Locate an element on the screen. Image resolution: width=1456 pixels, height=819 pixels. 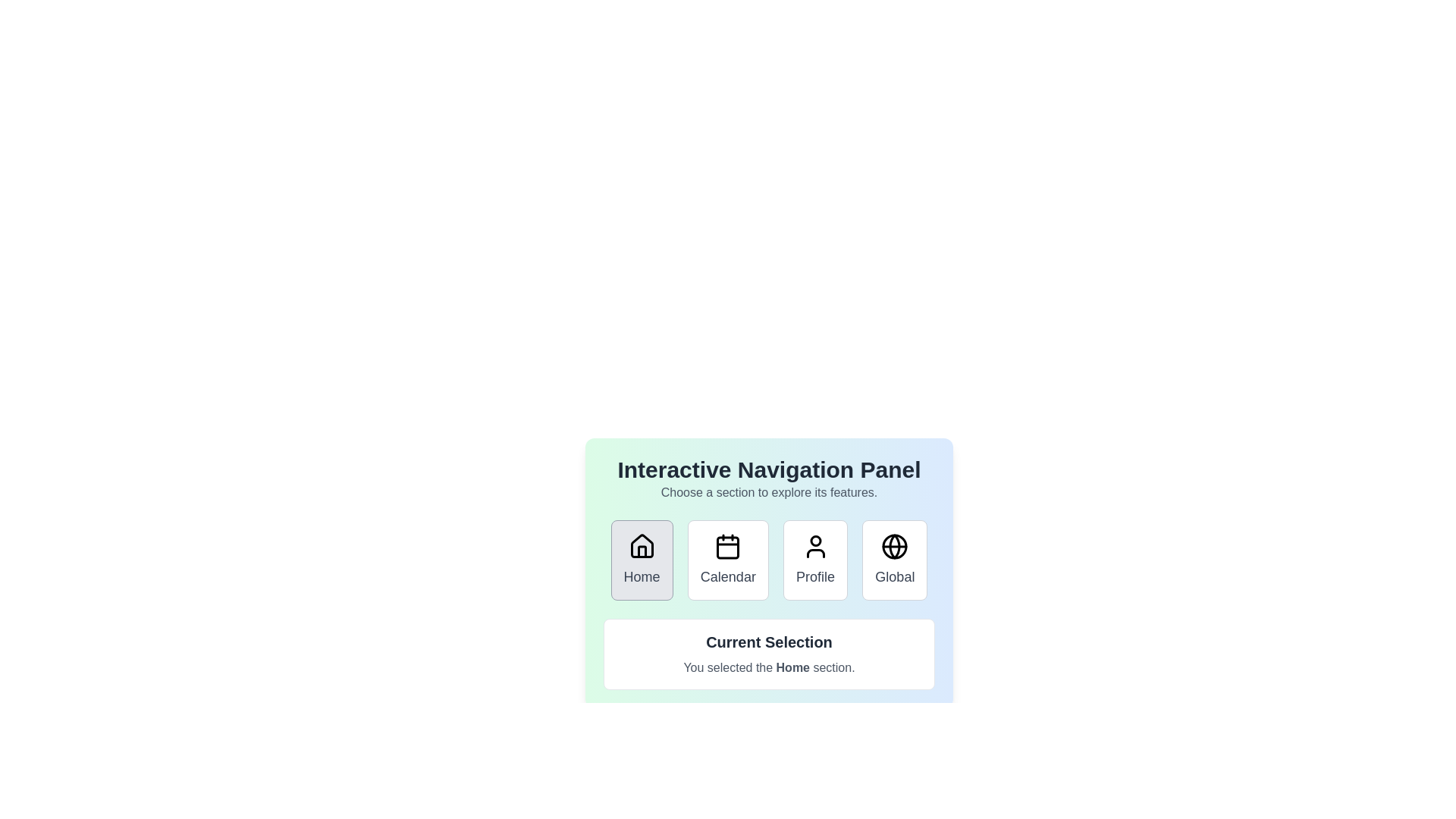
the 'Global' button, which is the rightmost button in a navigation panel, styled with a globe icon and rounded borders is located at coordinates (895, 560).